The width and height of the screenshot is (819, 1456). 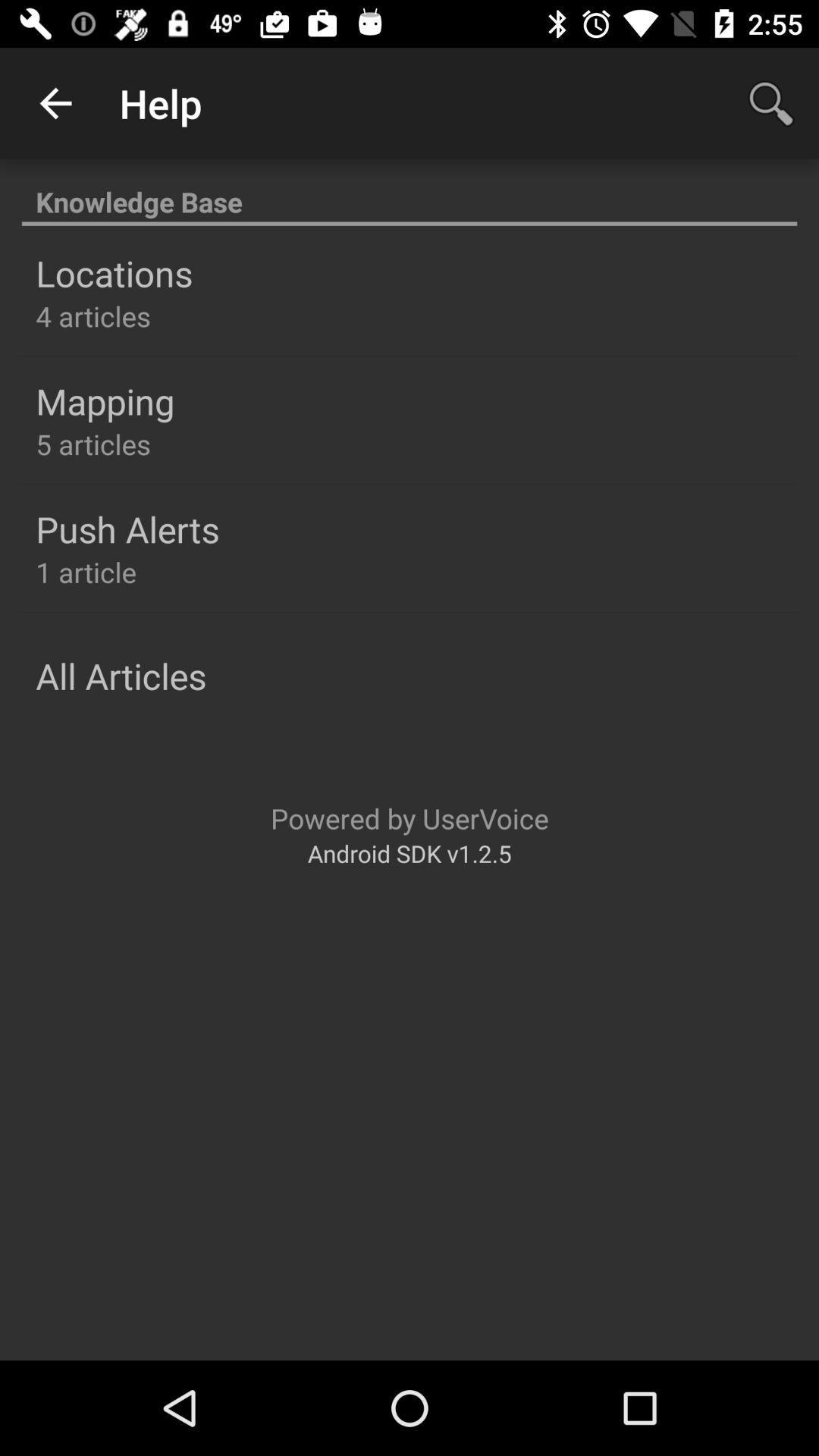 I want to click on icon next to the help item, so click(x=771, y=102).